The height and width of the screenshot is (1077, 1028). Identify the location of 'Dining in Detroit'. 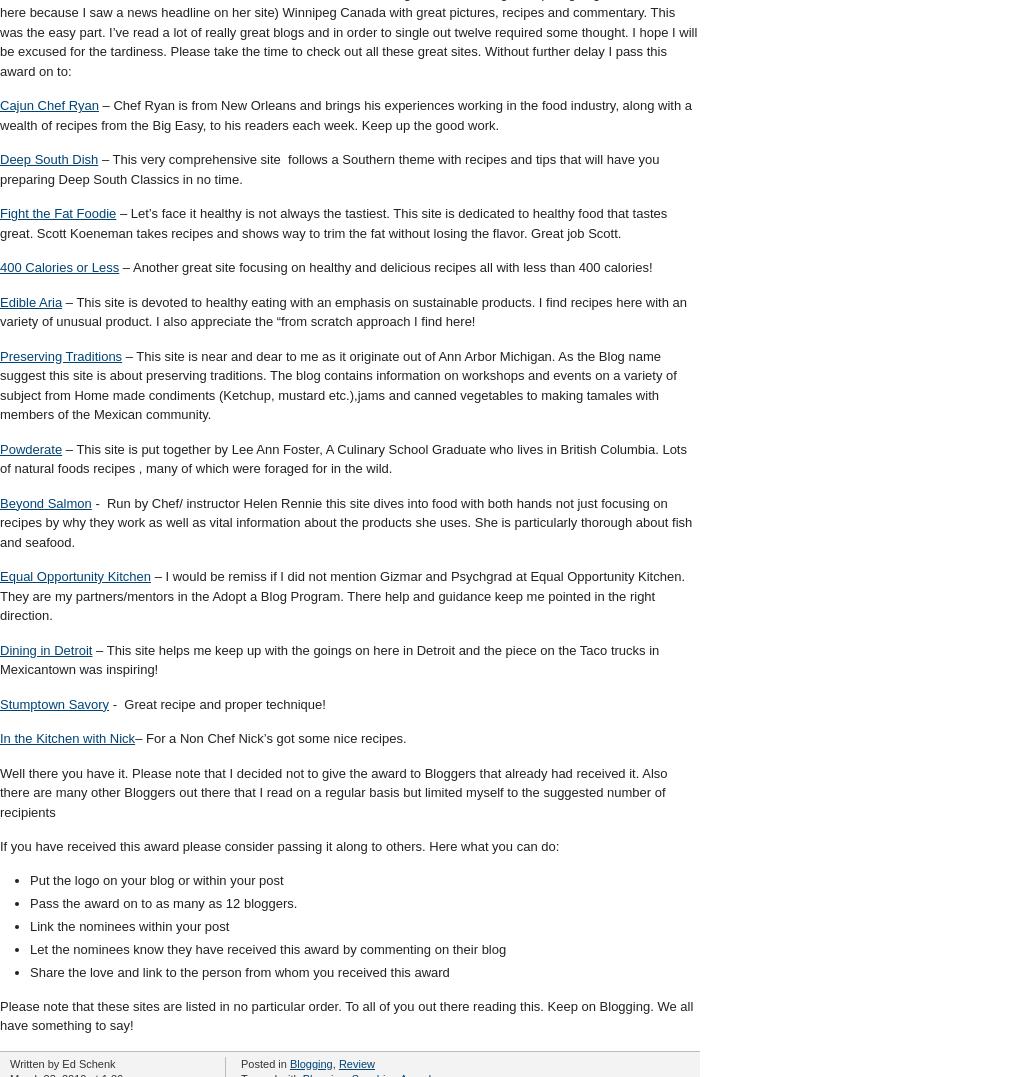
(45, 649).